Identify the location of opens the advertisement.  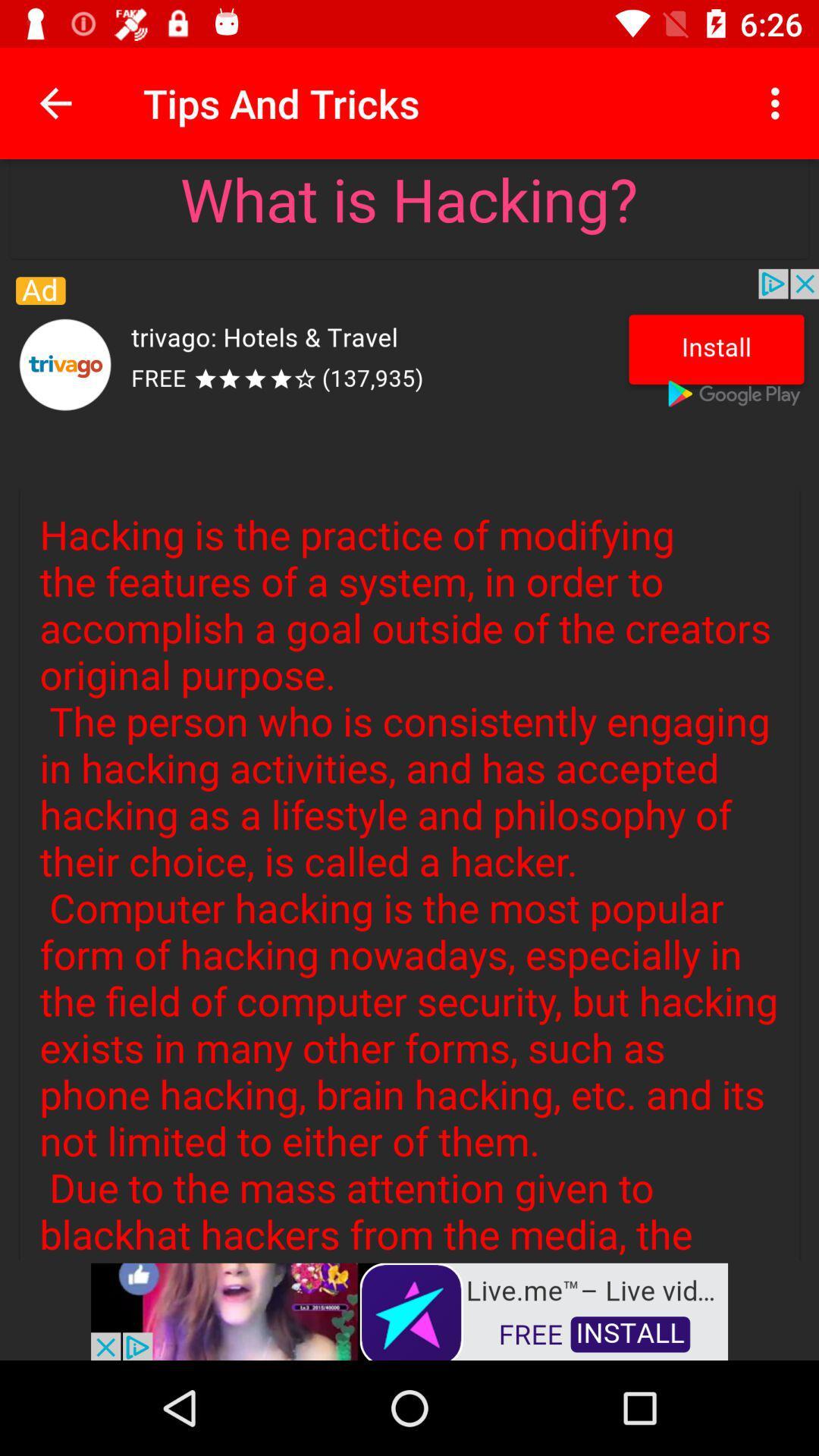
(409, 1310).